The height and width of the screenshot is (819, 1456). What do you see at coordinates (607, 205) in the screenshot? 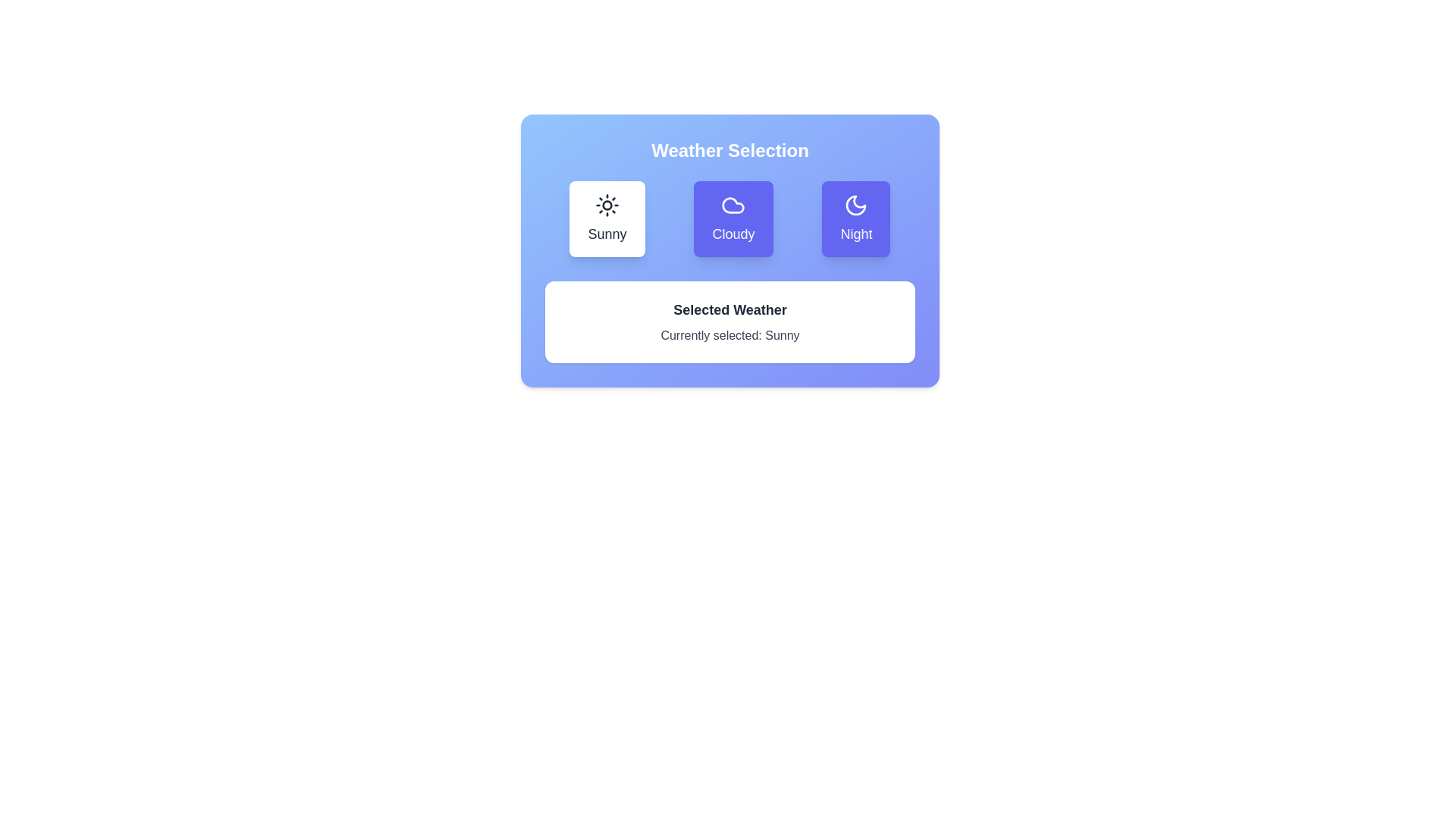
I see `the central circle of the sun icon, which is part of the 'Sunny' weather option card located at the top of the UI panel` at bounding box center [607, 205].